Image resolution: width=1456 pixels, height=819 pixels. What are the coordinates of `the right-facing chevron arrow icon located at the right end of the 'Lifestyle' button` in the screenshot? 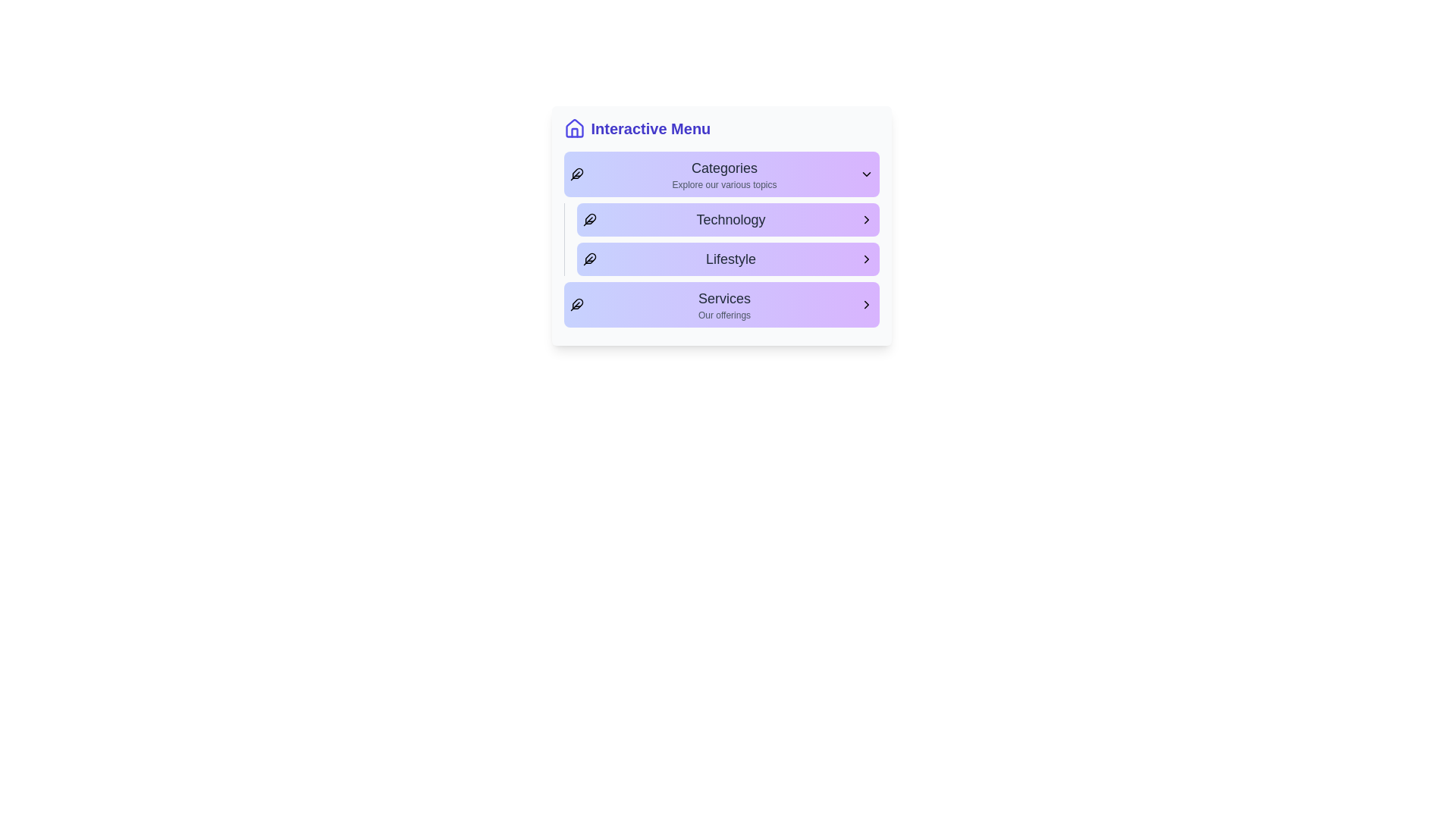 It's located at (866, 259).